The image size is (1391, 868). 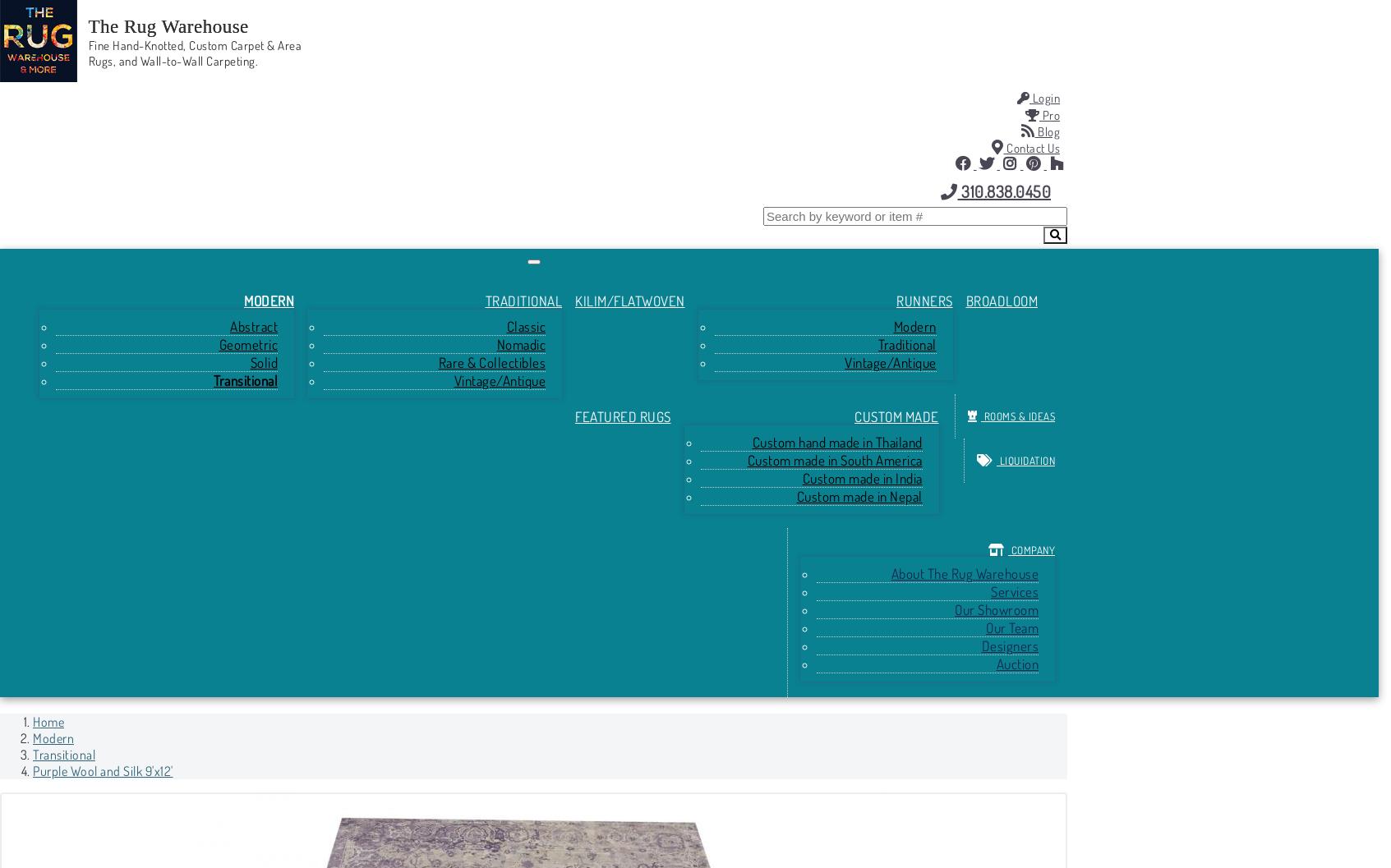 What do you see at coordinates (1014, 590) in the screenshot?
I see `'Services'` at bounding box center [1014, 590].